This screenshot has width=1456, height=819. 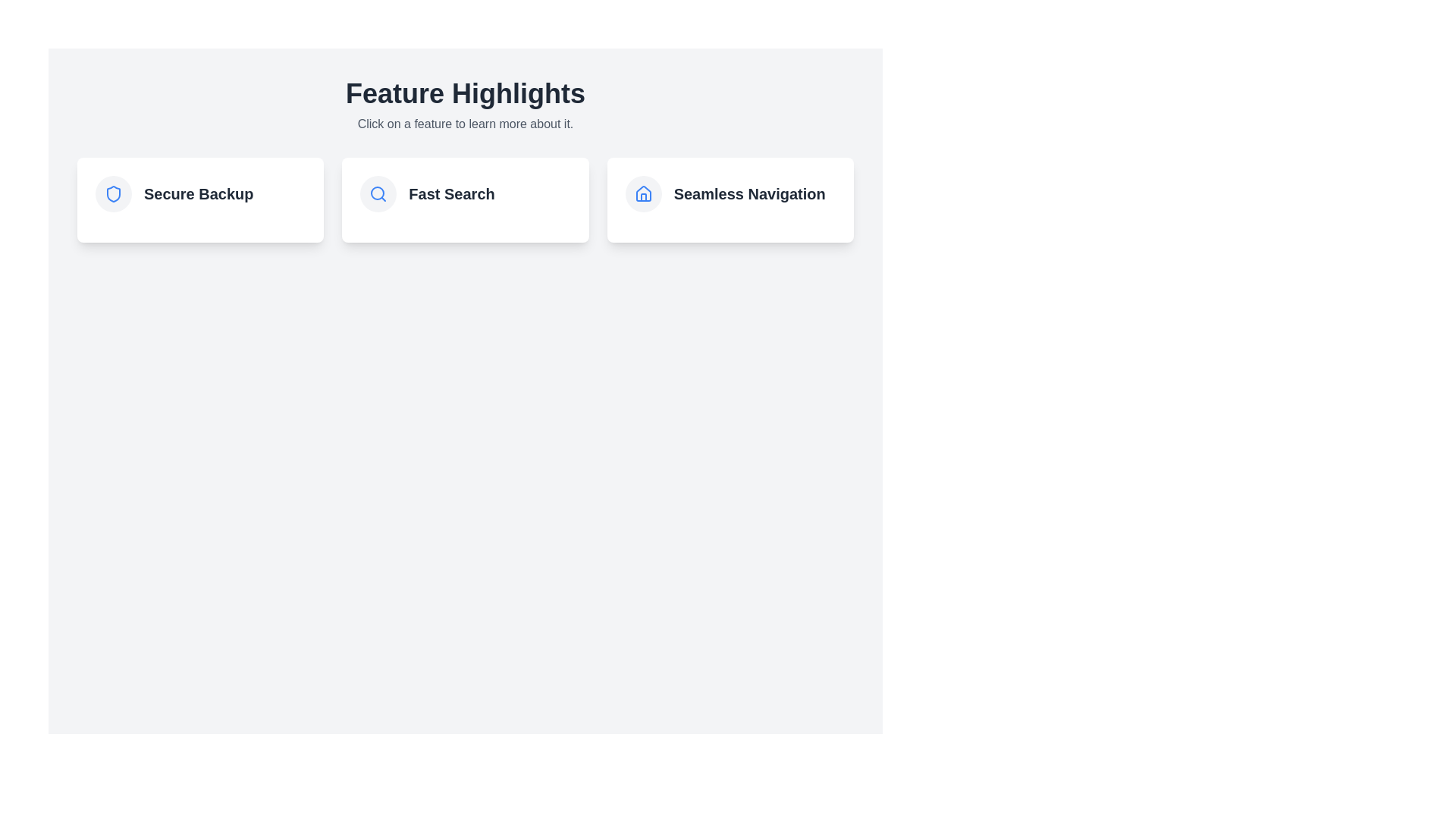 I want to click on the circular icon with a light gray fill and blue shield outline located in the 'Secure Backup' card on the left side of the interface, so click(x=112, y=193).